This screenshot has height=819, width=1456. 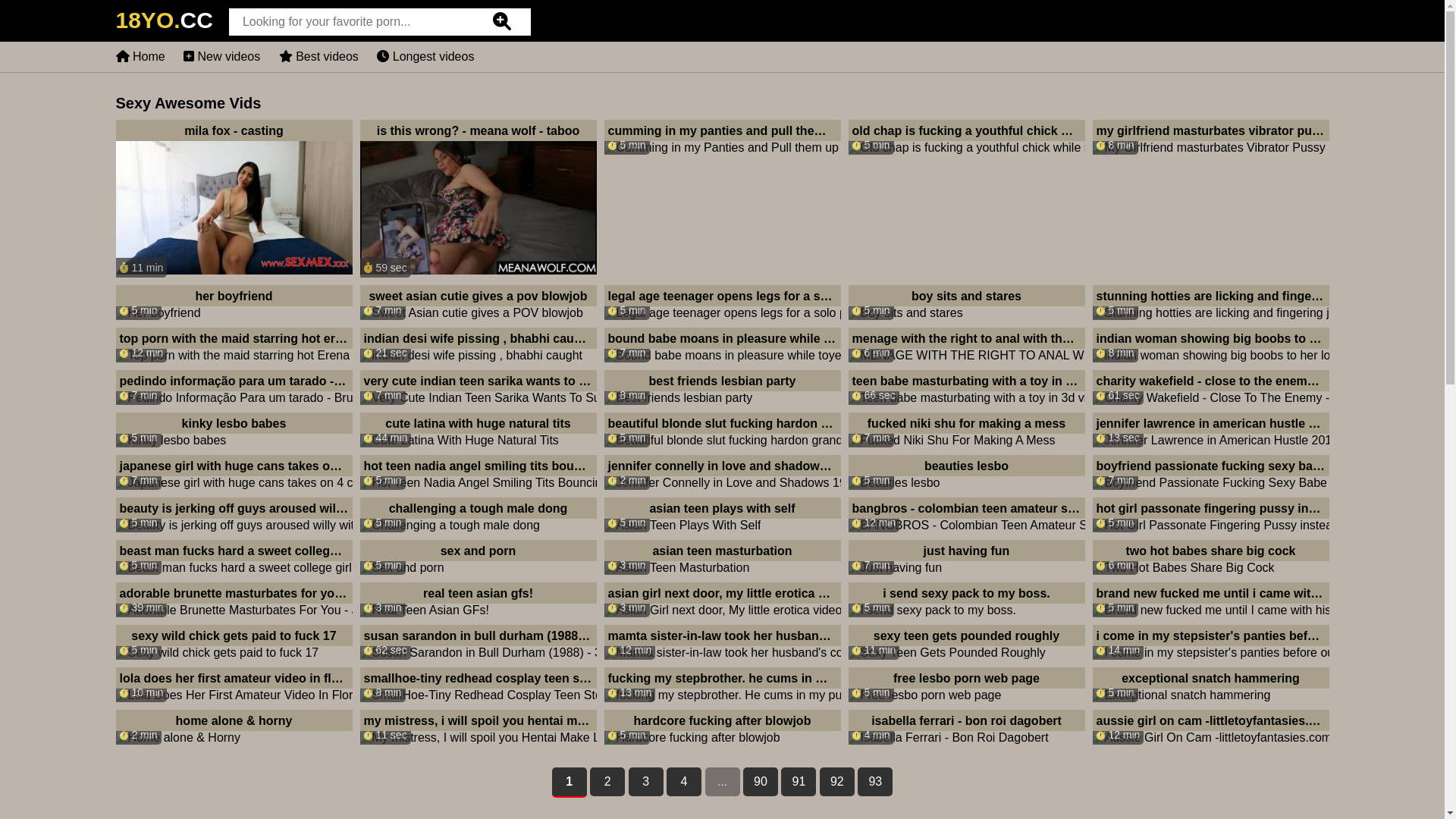 What do you see at coordinates (965, 684) in the screenshot?
I see `'5 min` at bounding box center [965, 684].